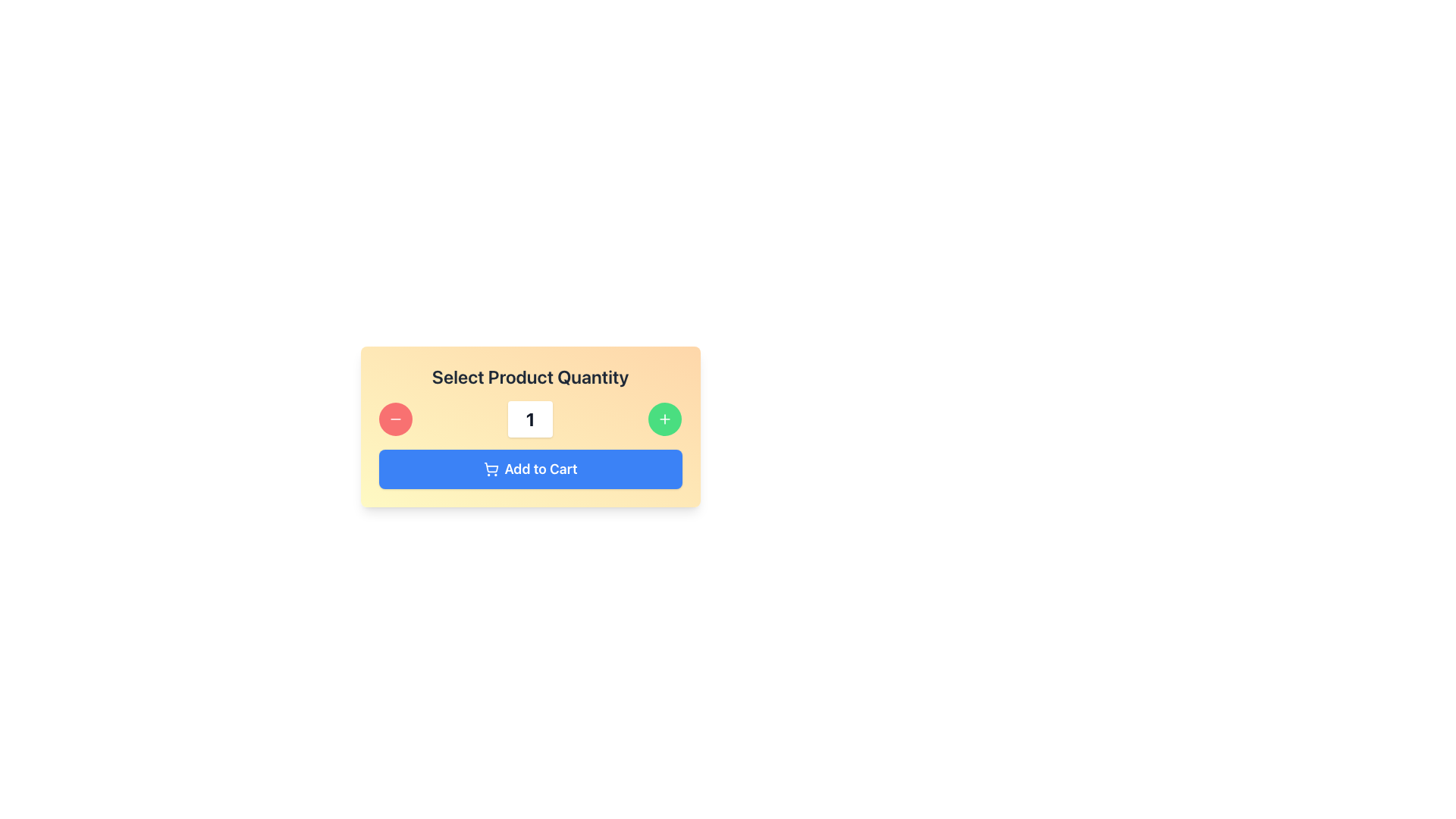 Image resolution: width=1456 pixels, height=819 pixels. What do you see at coordinates (530, 376) in the screenshot?
I see `the prominent text label reading 'Select Product Quantity' located at the top-center of the panel` at bounding box center [530, 376].